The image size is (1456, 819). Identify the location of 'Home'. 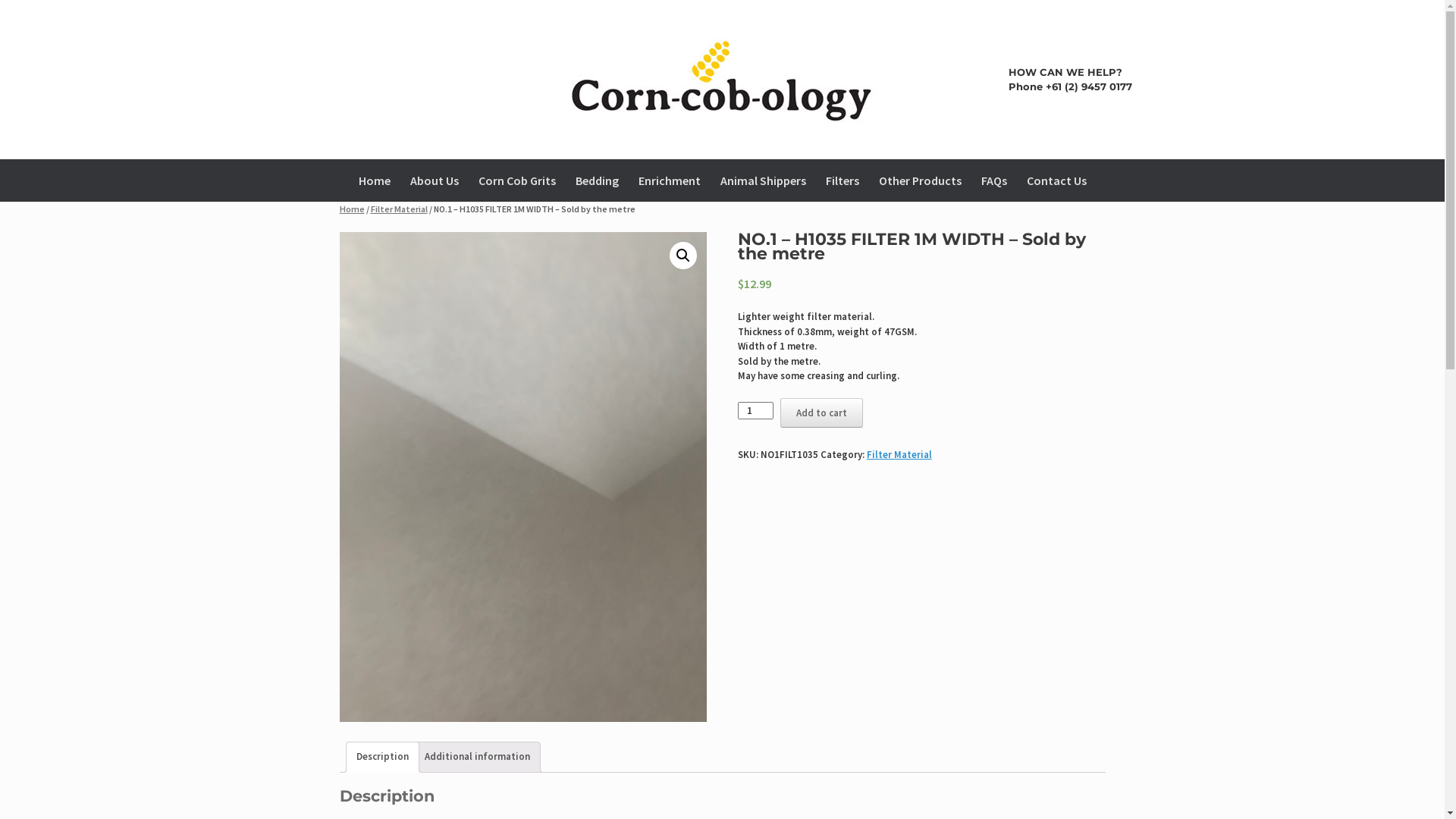
(351, 209).